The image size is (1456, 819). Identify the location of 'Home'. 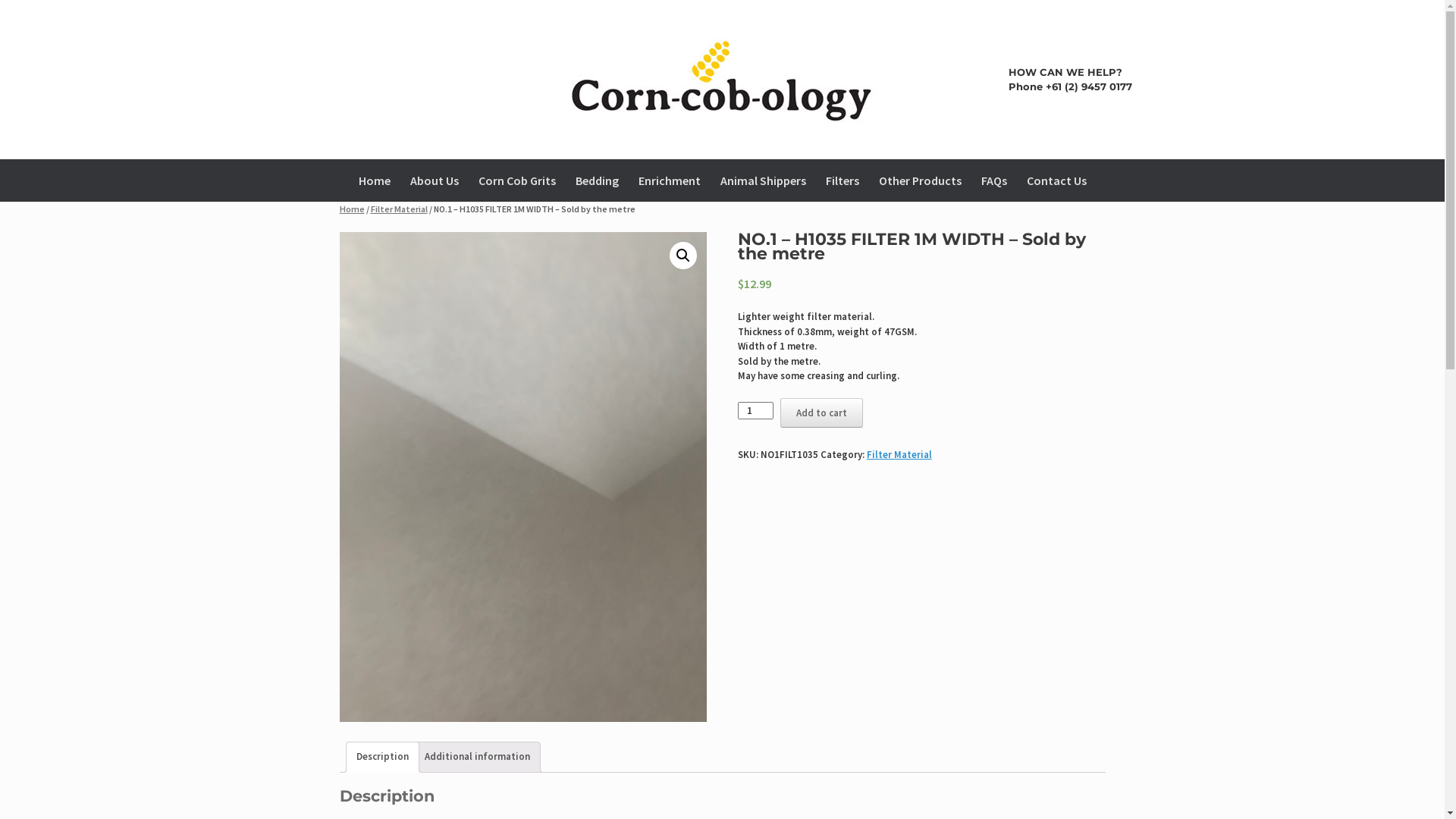
(351, 209).